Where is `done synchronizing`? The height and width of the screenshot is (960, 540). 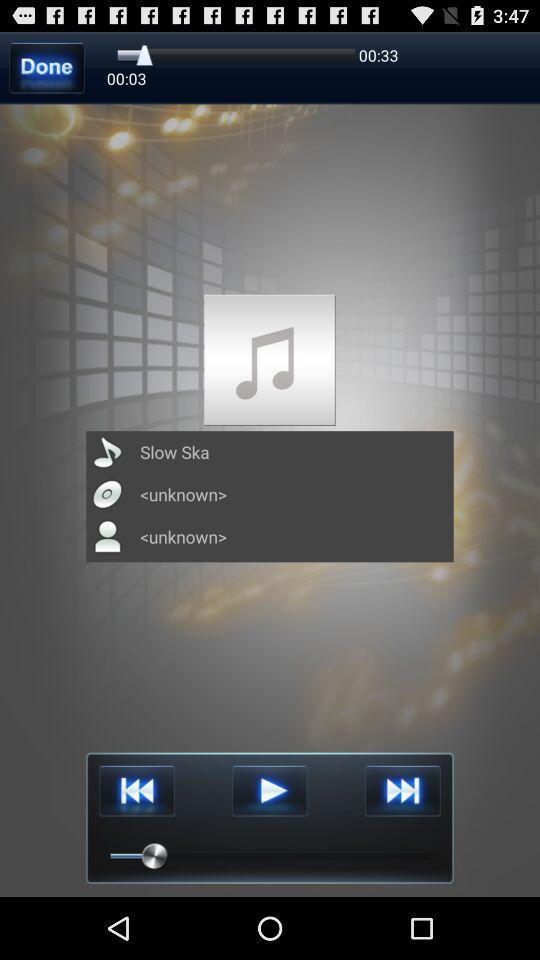
done synchronizing is located at coordinates (47, 67).